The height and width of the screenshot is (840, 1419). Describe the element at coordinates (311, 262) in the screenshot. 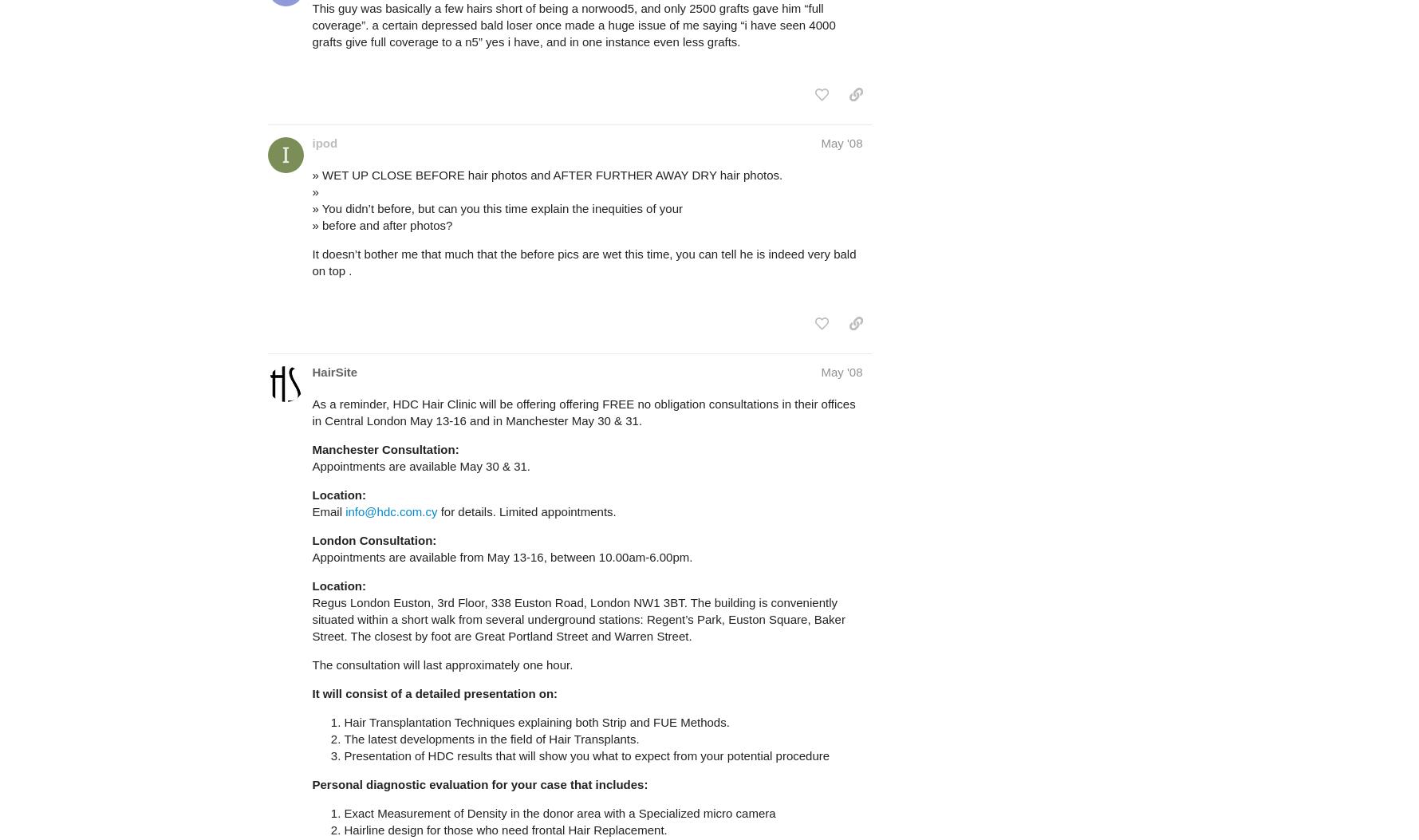

I see `'It doesn’t bother me that much that the before pics are wet this time, you can tell he is indeed very bald on top .'` at that location.